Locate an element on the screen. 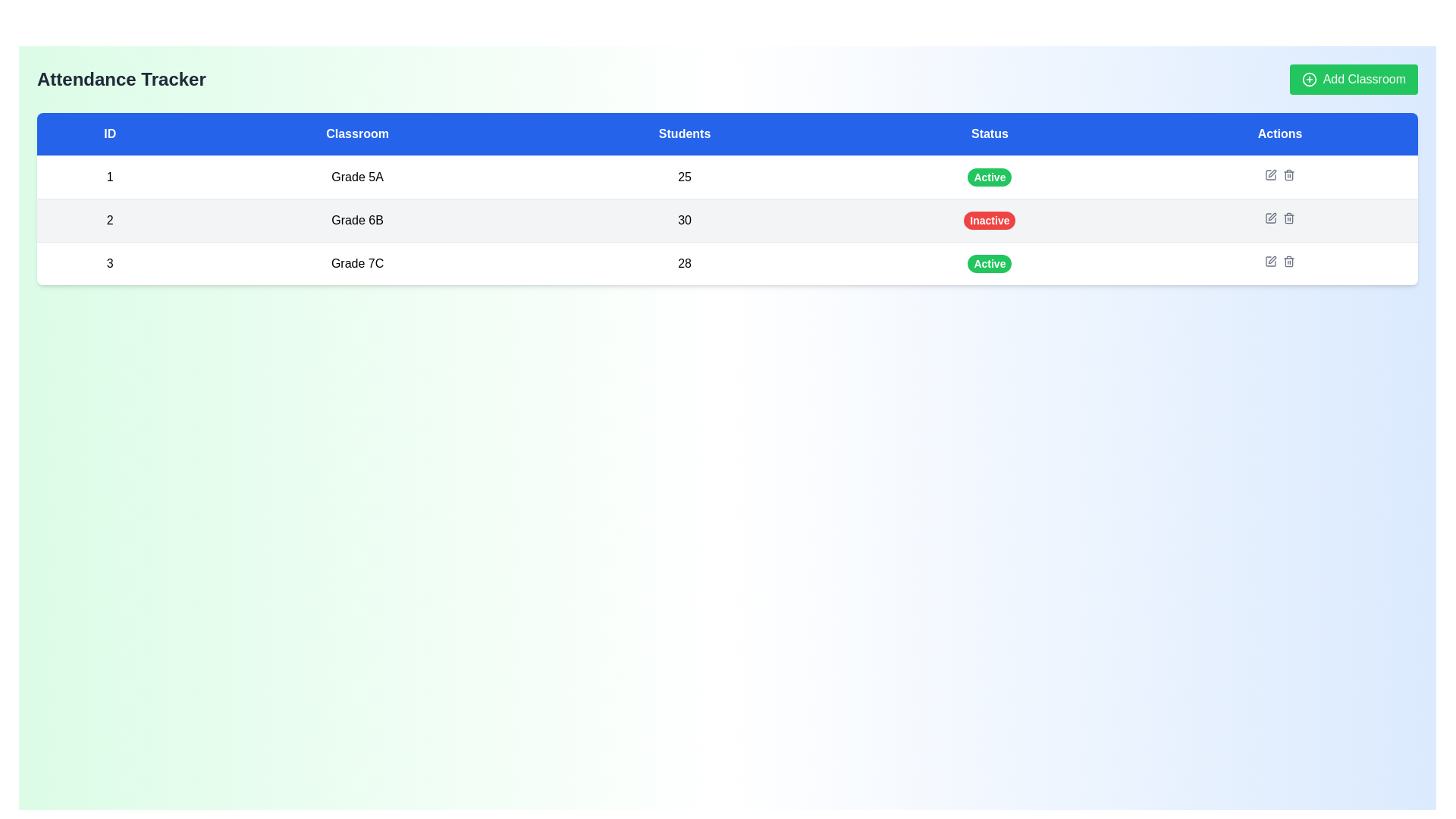 The height and width of the screenshot is (819, 1456). text in the fourth table header cell indicating the status of items, positioned between the 'Students' and 'Actions' headers is located at coordinates (990, 133).